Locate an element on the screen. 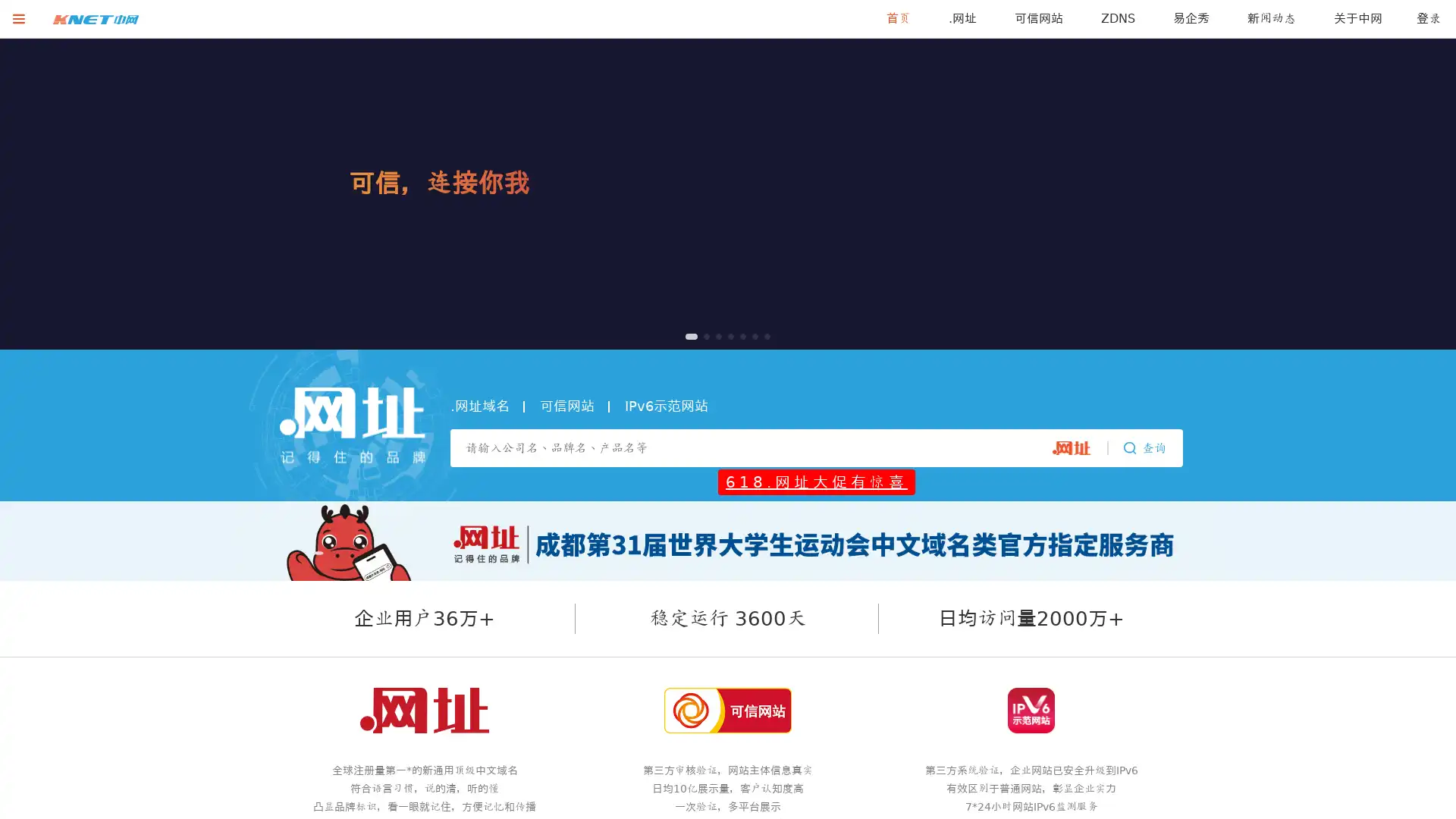  Go to slide 4 is located at coordinates (723, 335).